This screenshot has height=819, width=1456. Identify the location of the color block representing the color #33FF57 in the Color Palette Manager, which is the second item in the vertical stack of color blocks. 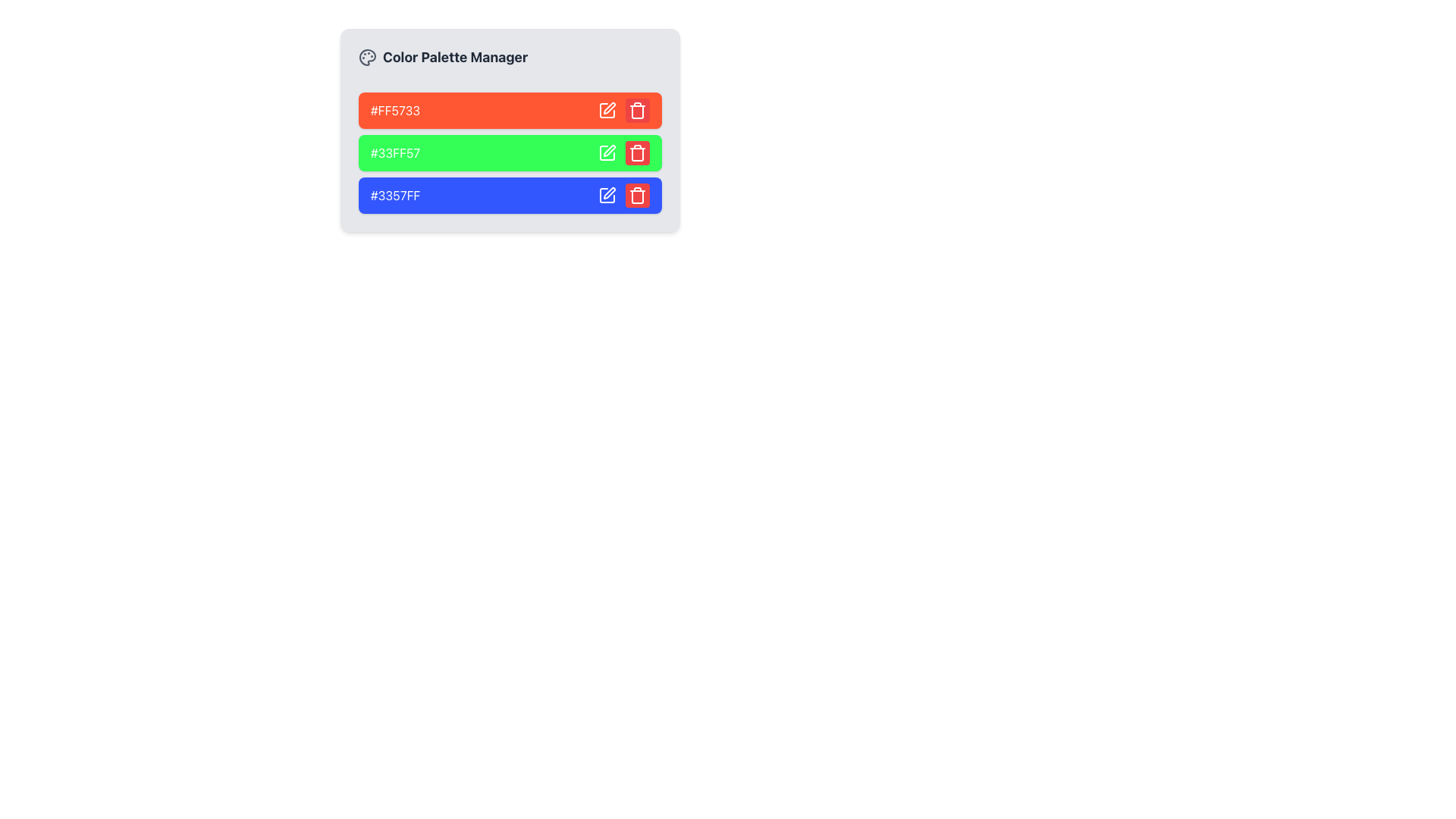
(510, 152).